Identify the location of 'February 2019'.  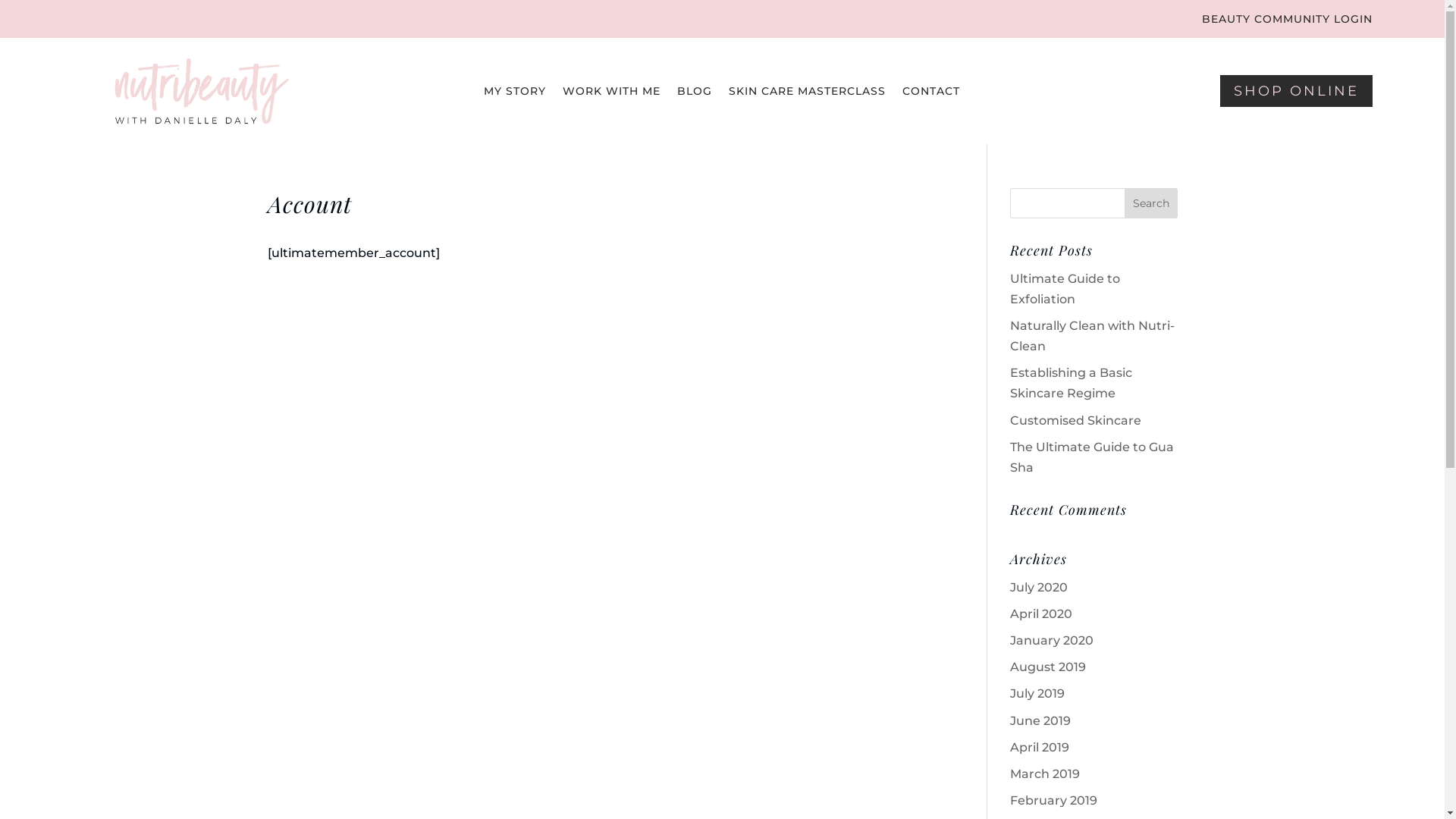
(1009, 799).